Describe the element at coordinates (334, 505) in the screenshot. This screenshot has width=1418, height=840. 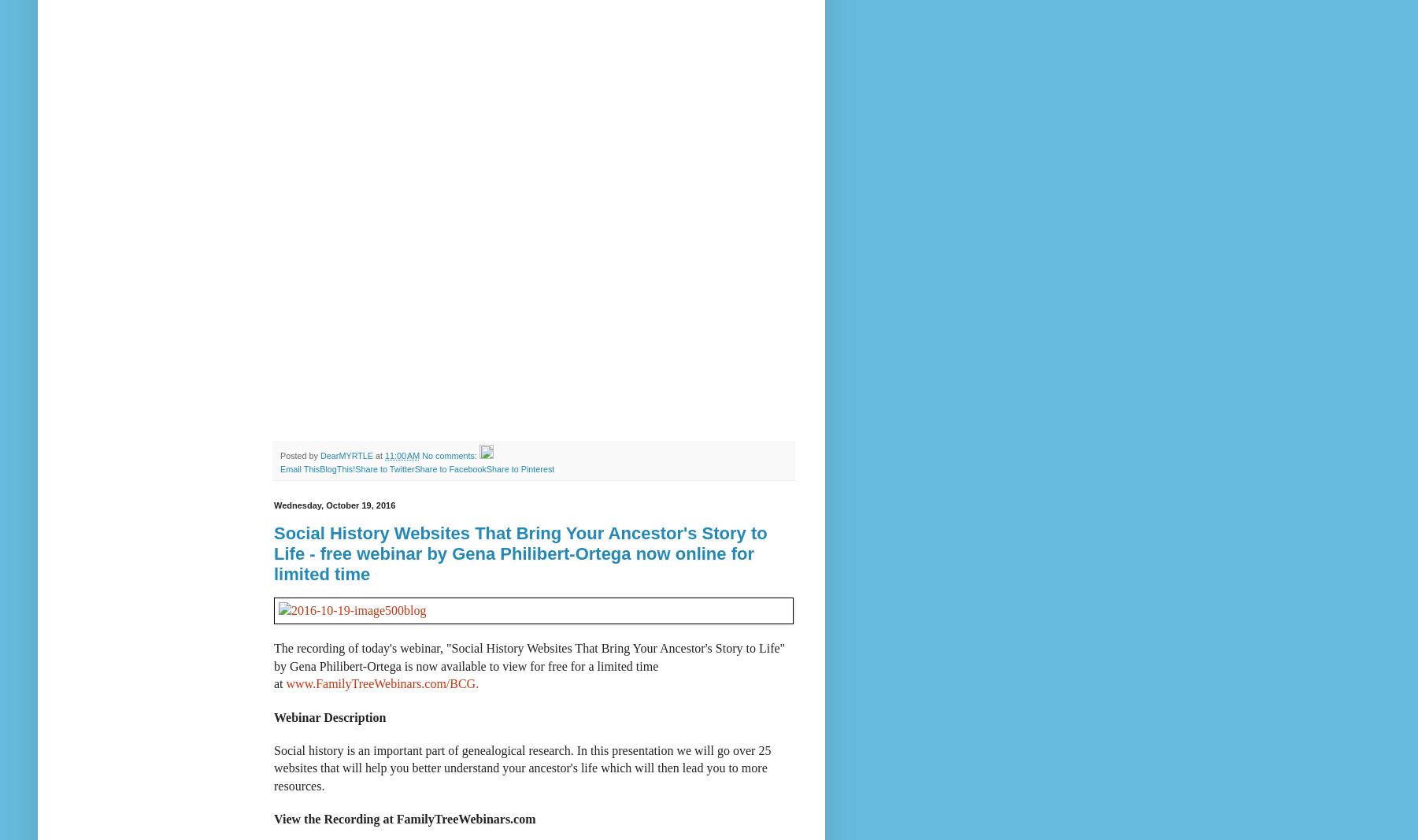
I see `'Wednesday, October 19, 2016'` at that location.